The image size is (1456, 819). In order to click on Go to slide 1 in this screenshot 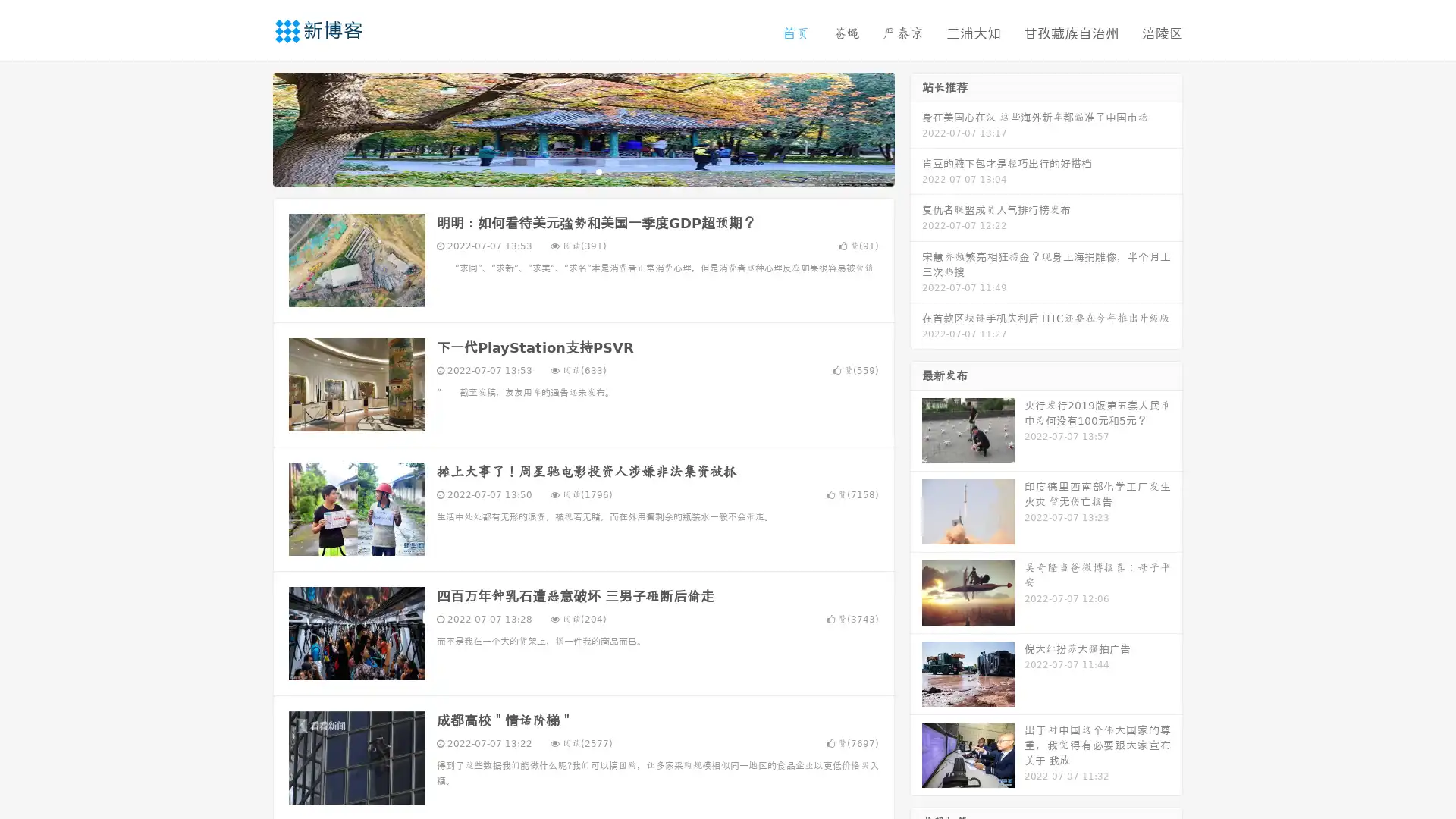, I will do `click(567, 171)`.